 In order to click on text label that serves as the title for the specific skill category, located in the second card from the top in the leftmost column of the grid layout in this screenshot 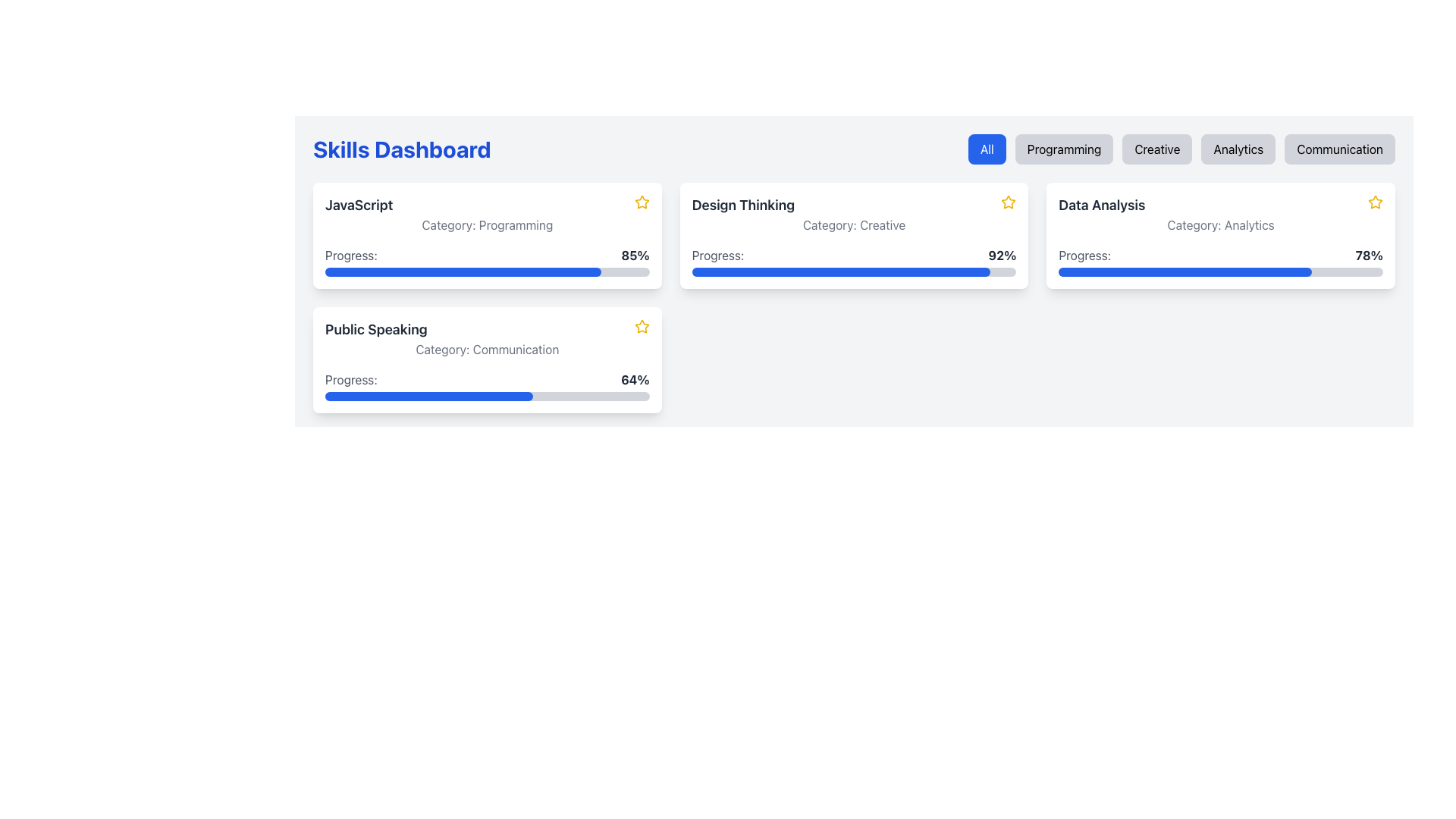, I will do `click(376, 329)`.